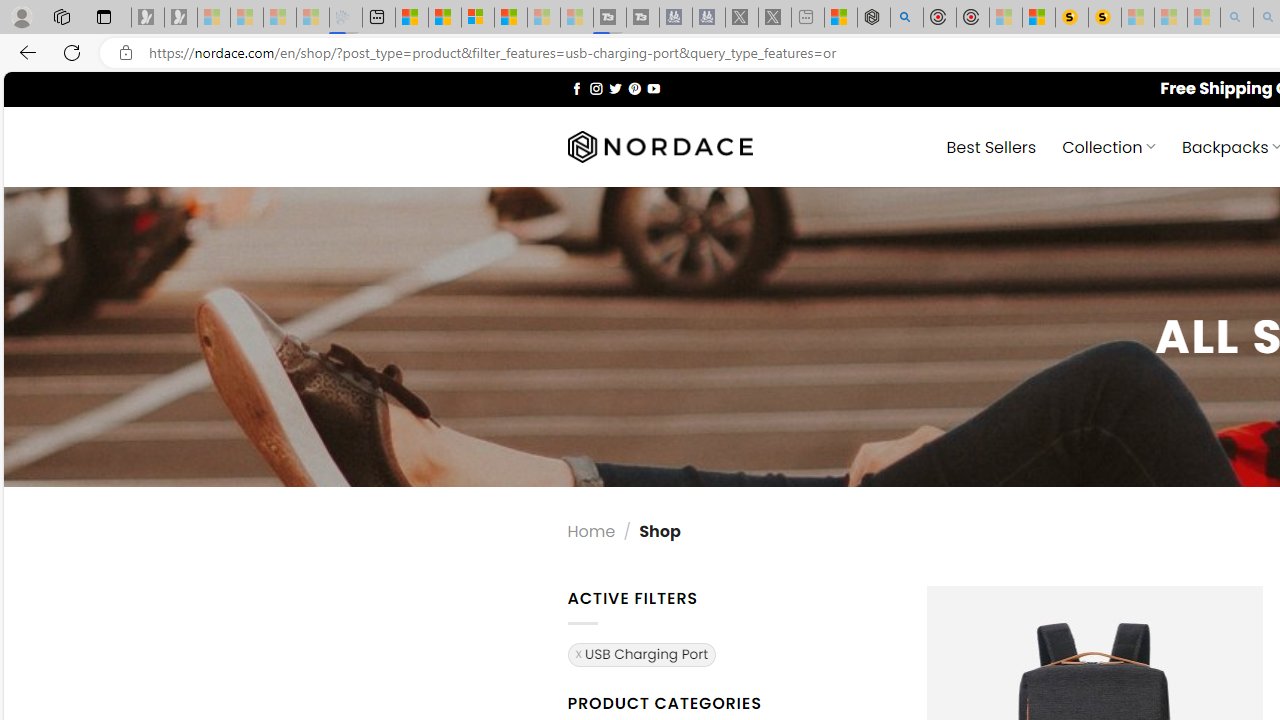 This screenshot has width=1280, height=720. Describe the element at coordinates (24, 51) in the screenshot. I see `'Back'` at that location.